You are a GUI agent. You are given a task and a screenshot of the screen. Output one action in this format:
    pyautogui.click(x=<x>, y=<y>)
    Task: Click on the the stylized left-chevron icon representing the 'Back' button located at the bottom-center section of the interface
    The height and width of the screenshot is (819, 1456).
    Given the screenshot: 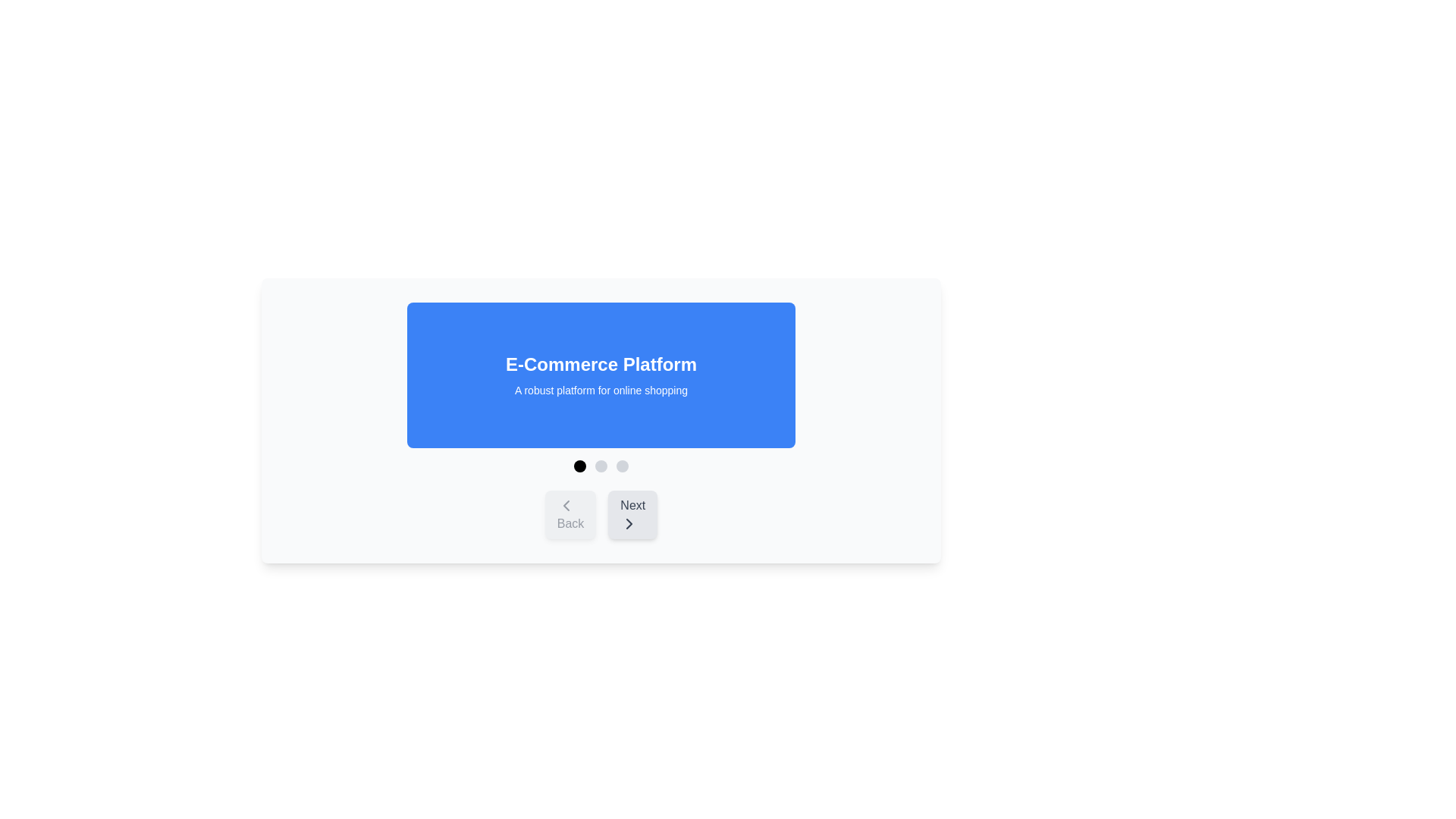 What is the action you would take?
    pyautogui.click(x=565, y=506)
    